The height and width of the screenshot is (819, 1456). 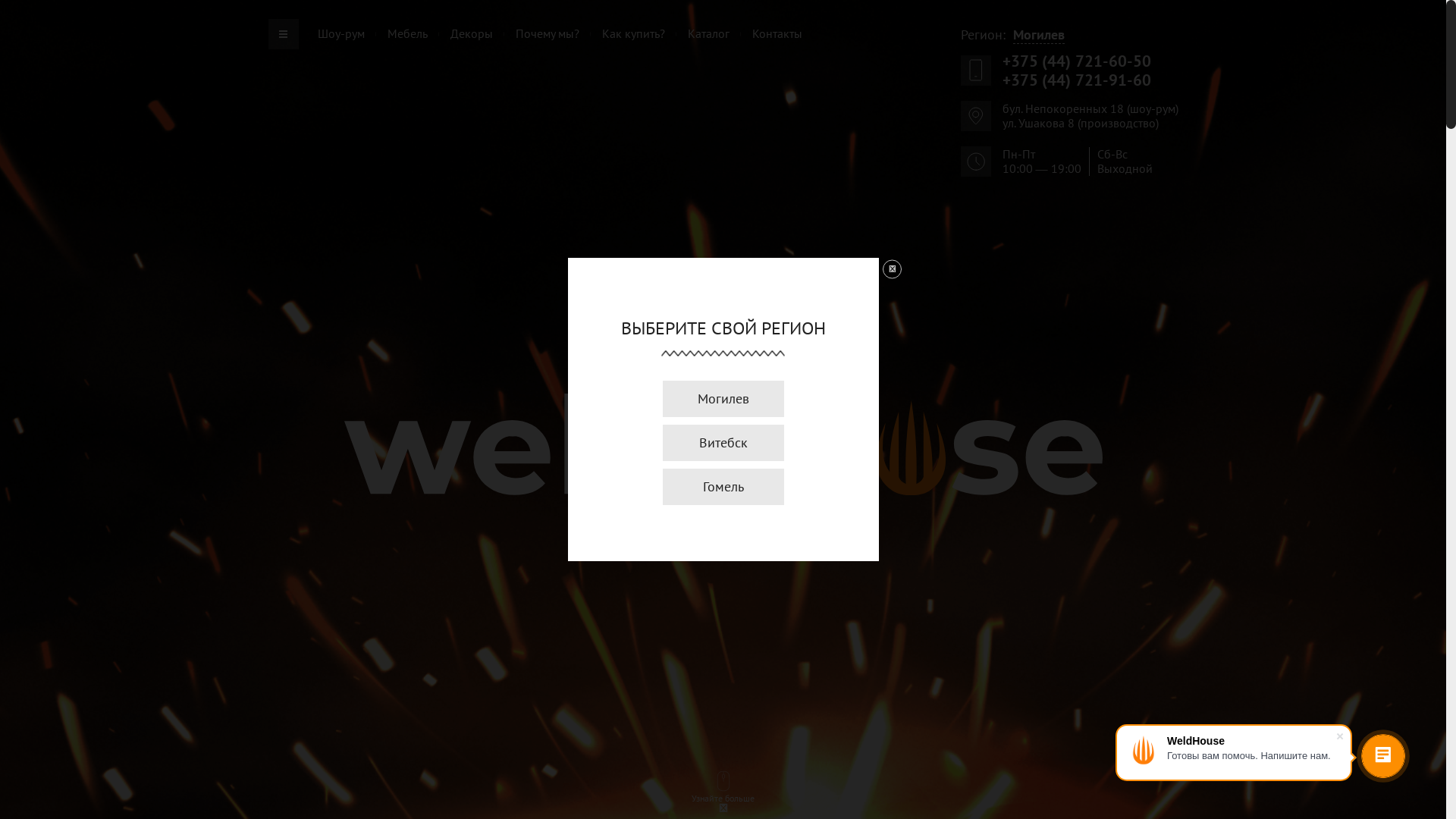 What do you see at coordinates (1076, 60) in the screenshot?
I see `'+375 (44) 721-60-50'` at bounding box center [1076, 60].